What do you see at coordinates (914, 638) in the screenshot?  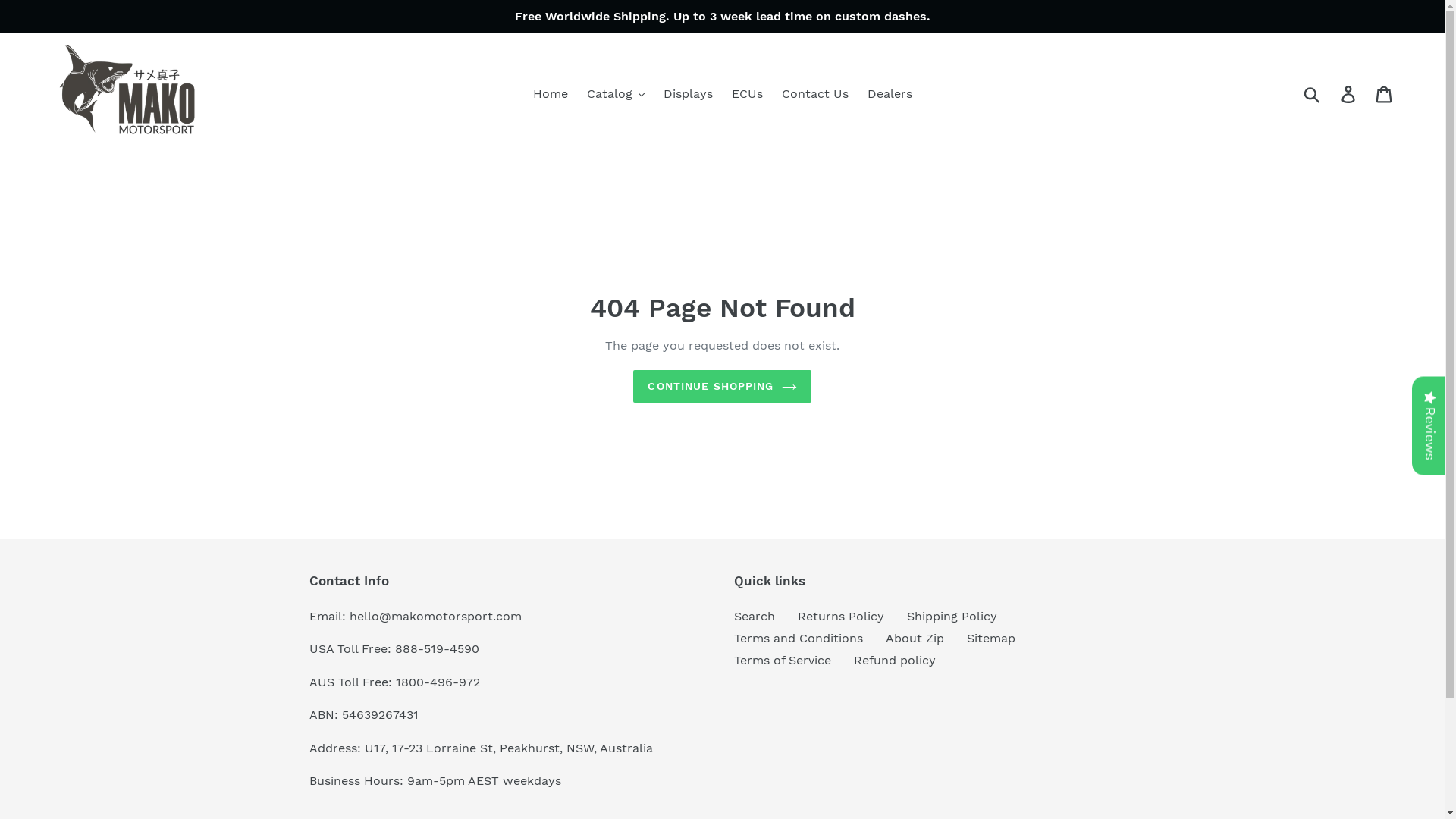 I see `'About Zip'` at bounding box center [914, 638].